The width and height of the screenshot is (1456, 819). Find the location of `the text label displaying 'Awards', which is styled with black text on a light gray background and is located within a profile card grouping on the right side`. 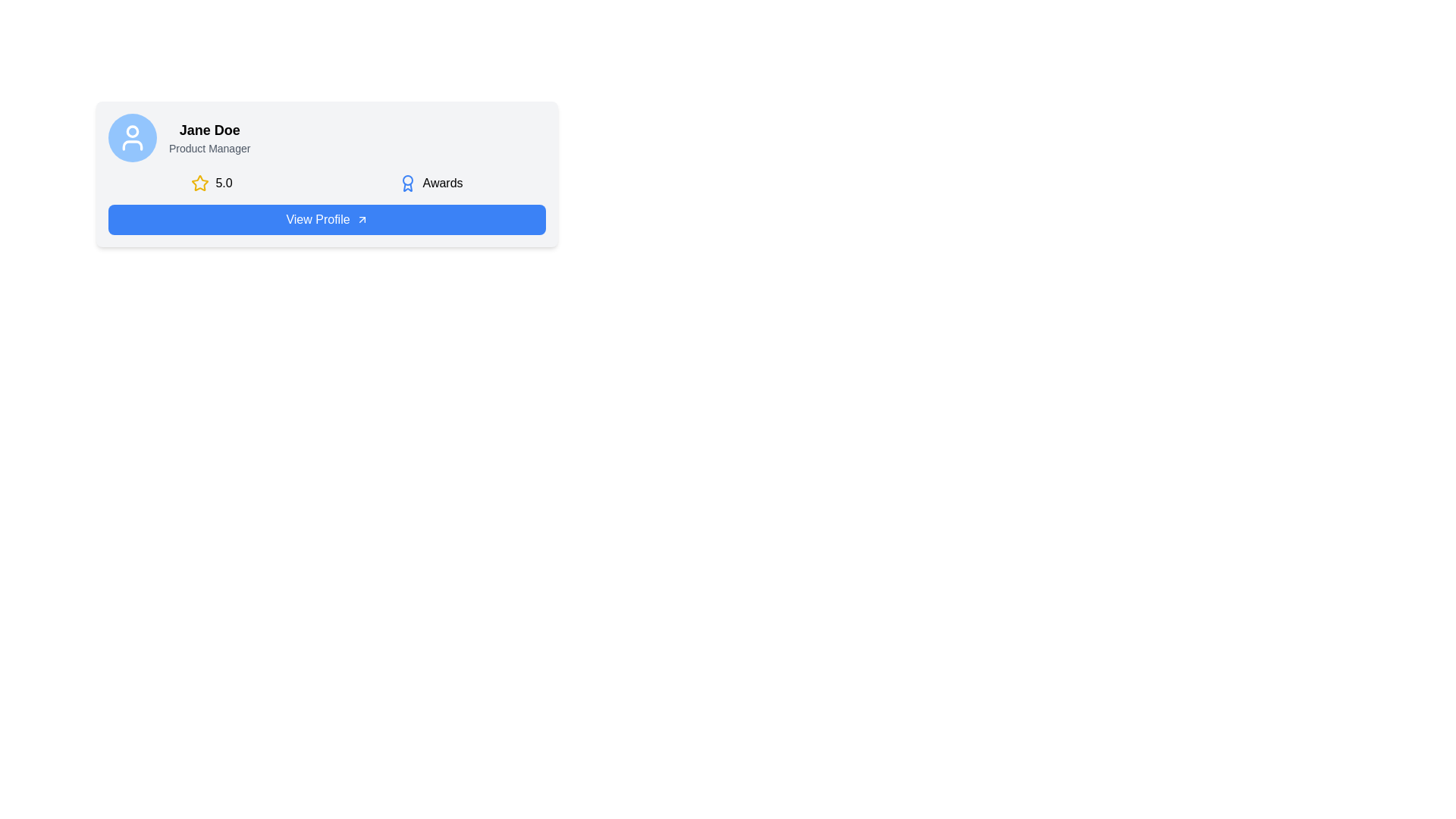

the text label displaying 'Awards', which is styled with black text on a light gray background and is located within a profile card grouping on the right side is located at coordinates (442, 183).